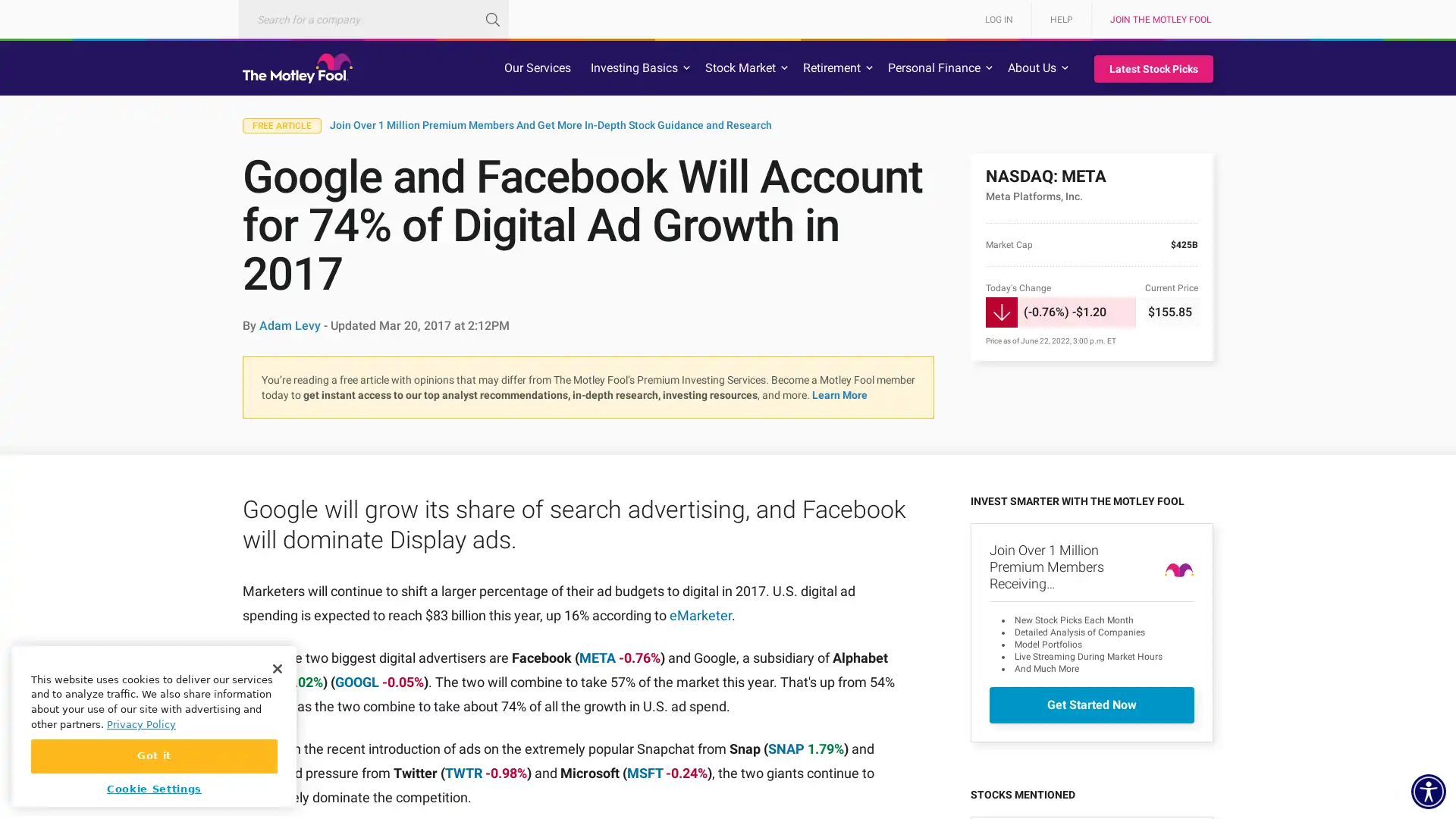 Image resolution: width=1456 pixels, height=819 pixels. What do you see at coordinates (1031, 67) in the screenshot?
I see `About Us` at bounding box center [1031, 67].